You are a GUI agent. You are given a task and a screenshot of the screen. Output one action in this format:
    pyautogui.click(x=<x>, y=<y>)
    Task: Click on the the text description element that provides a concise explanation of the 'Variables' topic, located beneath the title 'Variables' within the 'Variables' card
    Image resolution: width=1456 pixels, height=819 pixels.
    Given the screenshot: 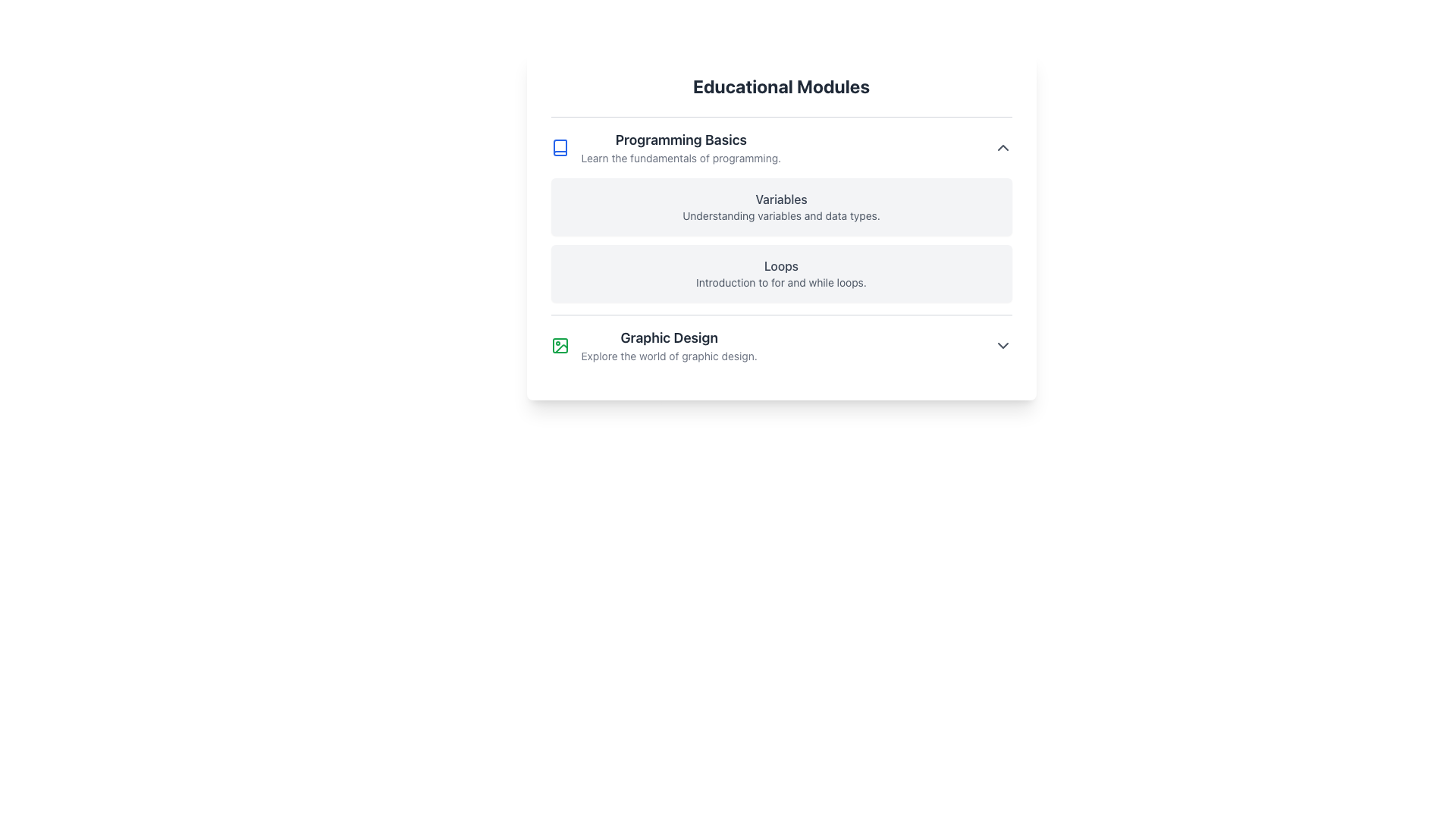 What is the action you would take?
    pyautogui.click(x=781, y=216)
    